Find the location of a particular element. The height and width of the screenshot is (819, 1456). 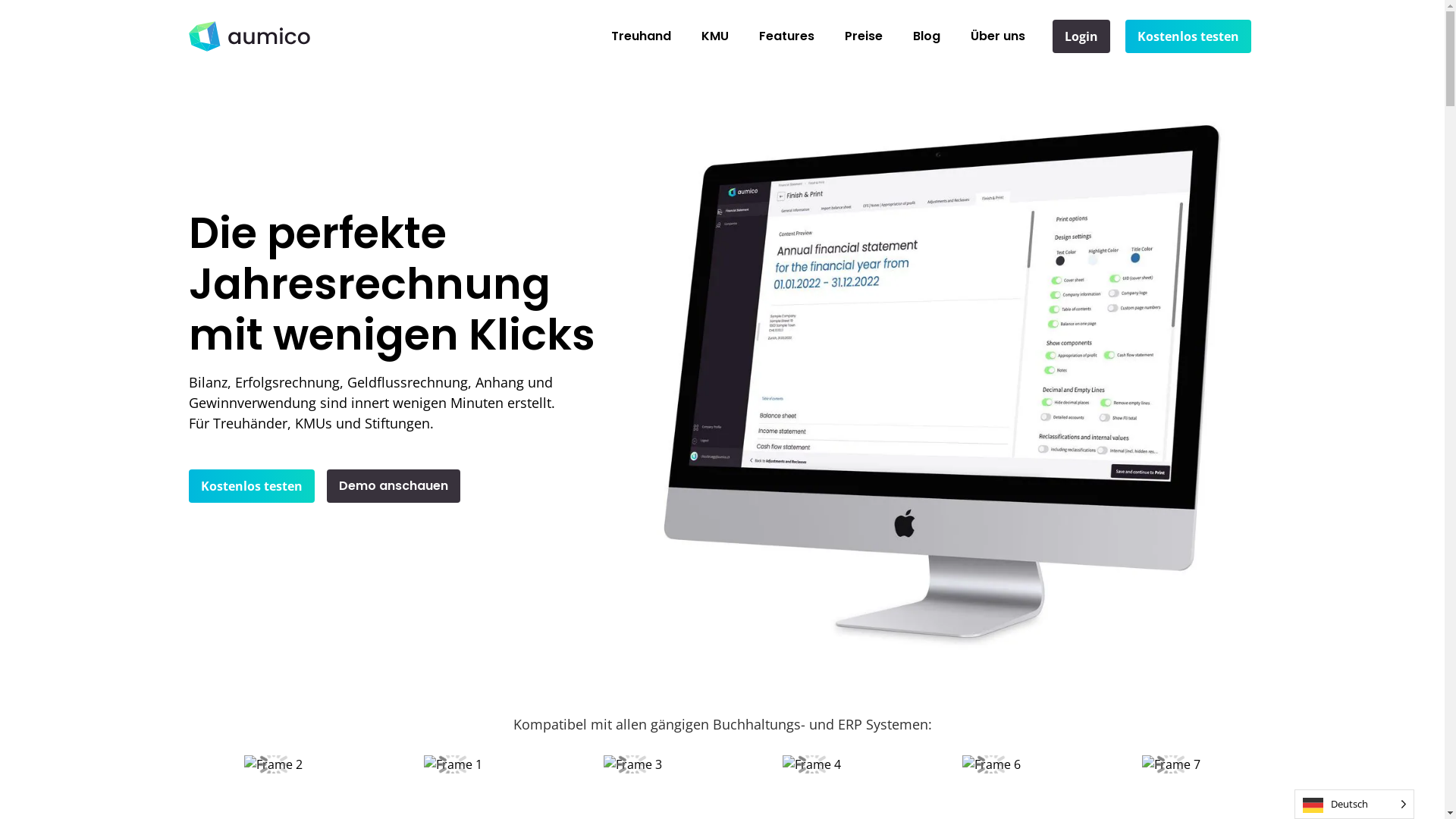

'KMU' is located at coordinates (714, 35).